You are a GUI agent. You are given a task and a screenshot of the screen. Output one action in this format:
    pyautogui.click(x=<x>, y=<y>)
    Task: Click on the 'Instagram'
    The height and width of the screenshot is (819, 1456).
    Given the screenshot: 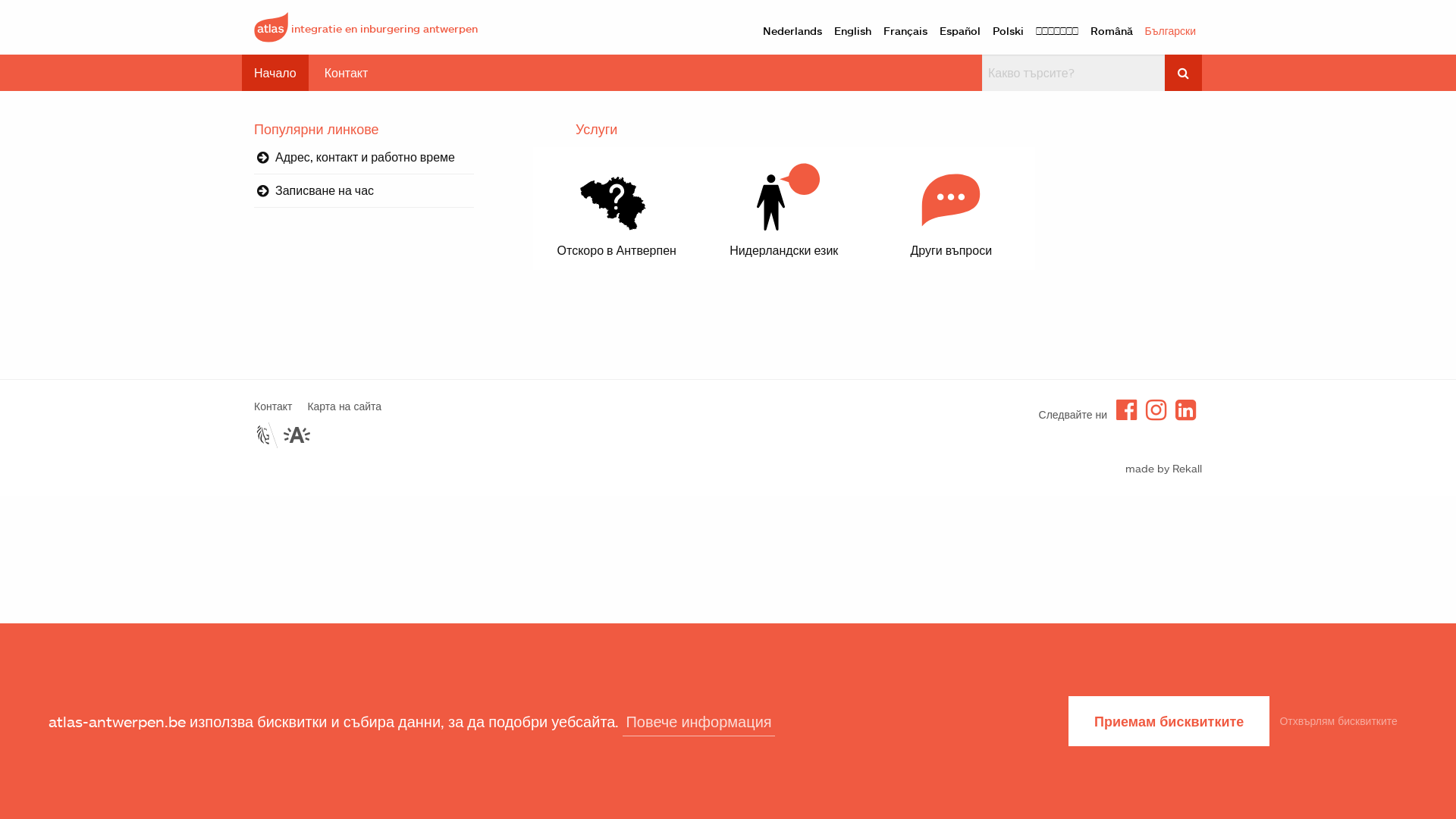 What is the action you would take?
    pyautogui.click(x=1155, y=409)
    